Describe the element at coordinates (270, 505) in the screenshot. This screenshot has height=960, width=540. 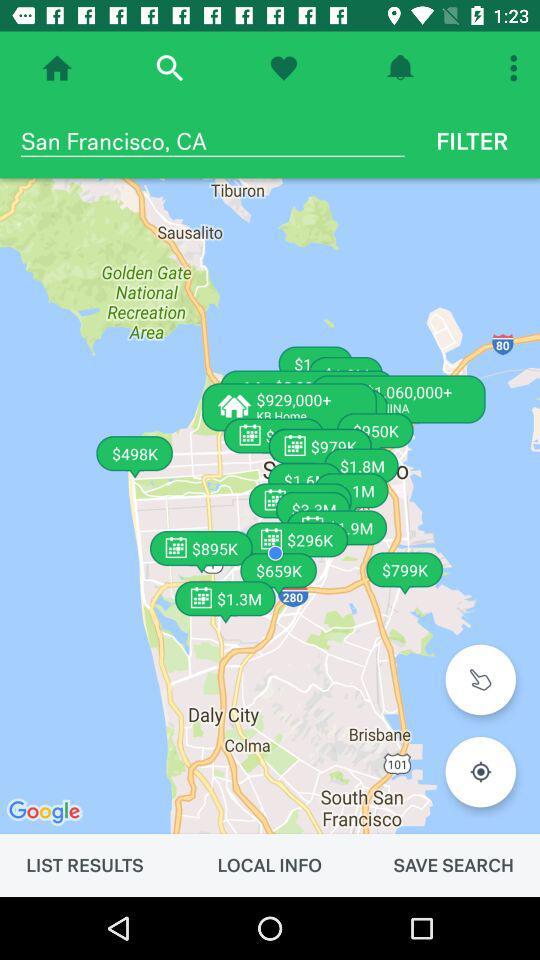
I see `item below the filter item` at that location.